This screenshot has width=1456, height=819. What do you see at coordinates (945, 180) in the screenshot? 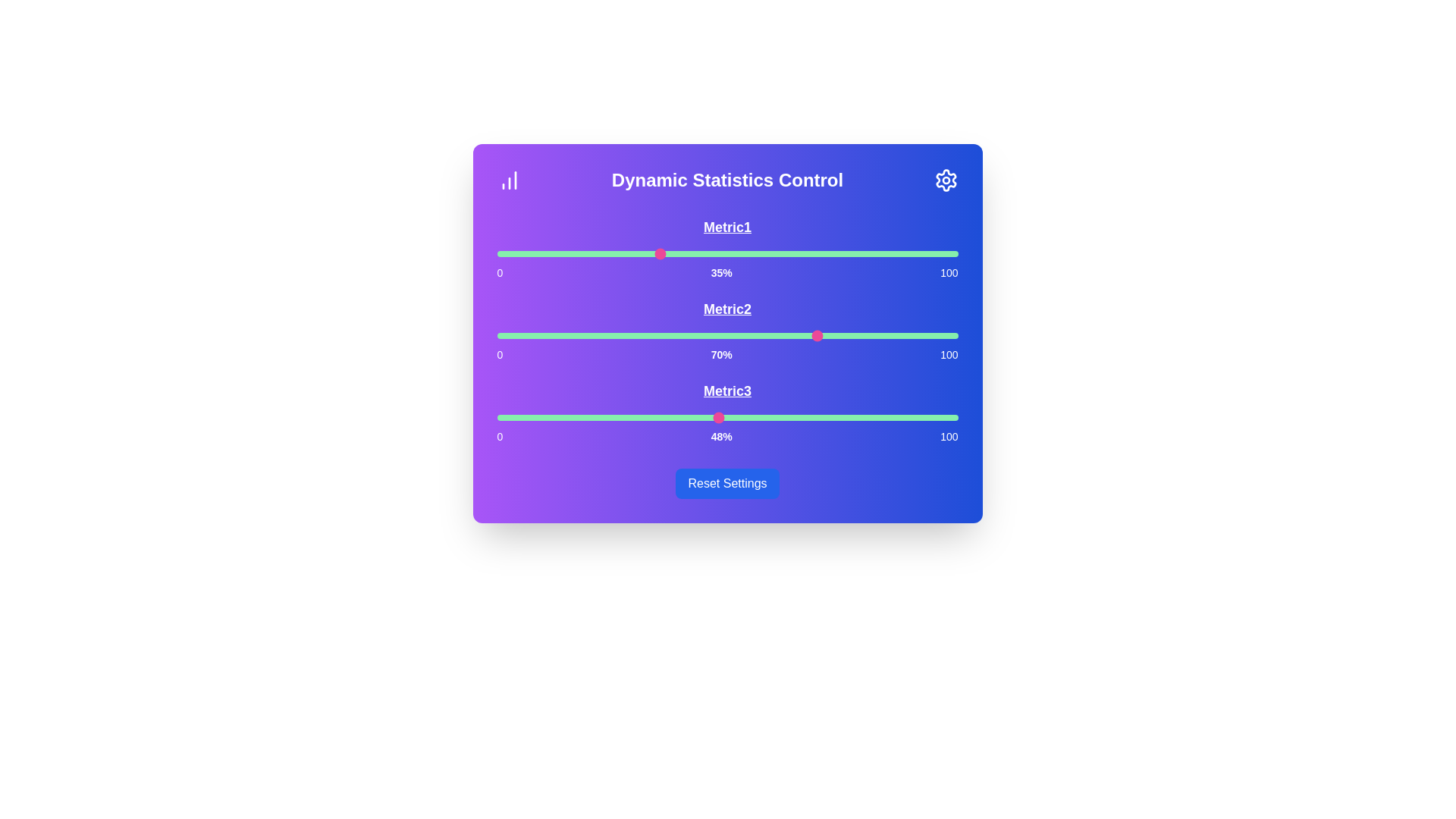
I see `the settings icon in the header` at bounding box center [945, 180].